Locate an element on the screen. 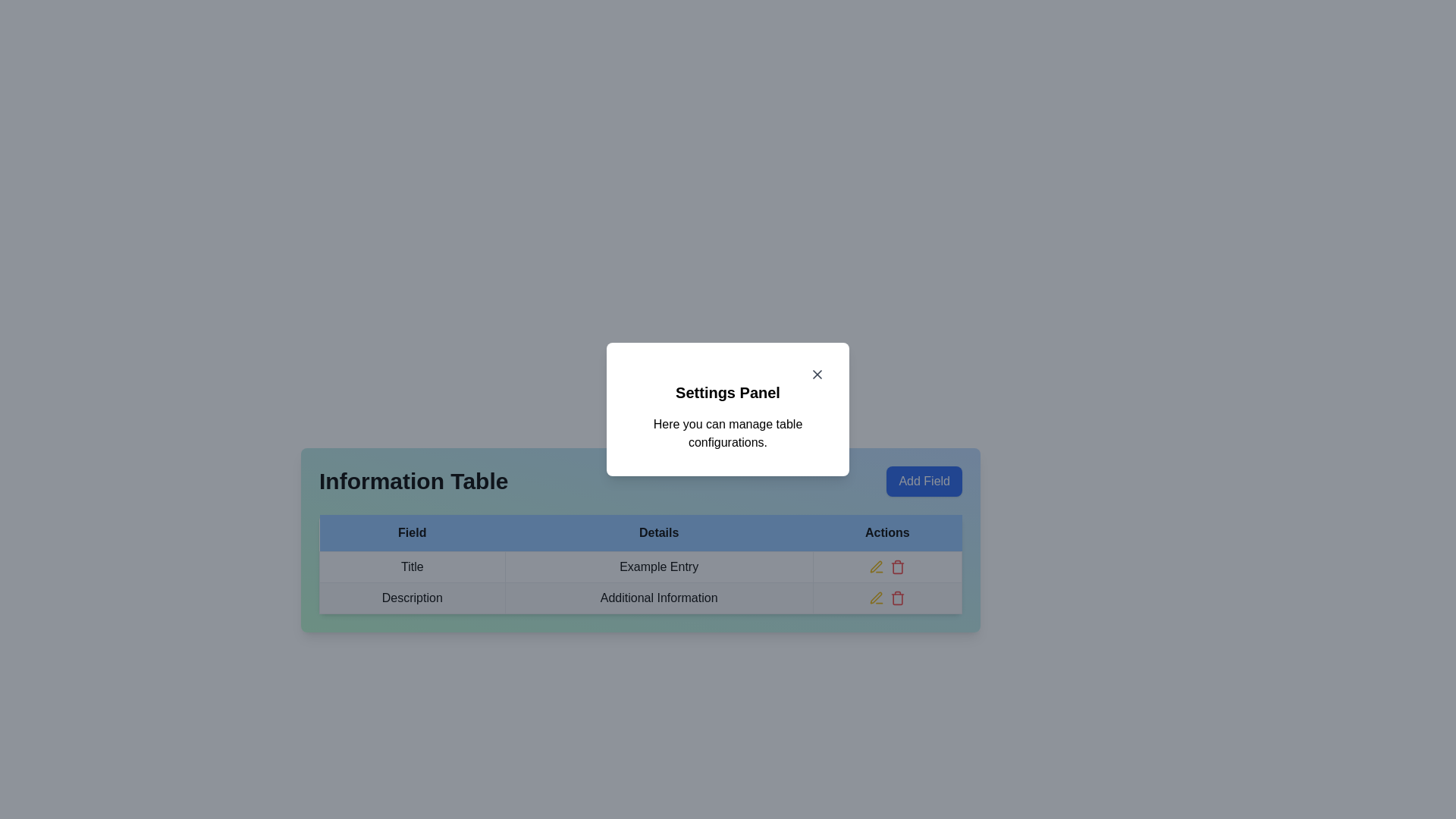 The height and width of the screenshot is (819, 1456). the delete icon button located in the 'Actions' column of the second row in the table below the 'Information Table' heading is located at coordinates (898, 598).